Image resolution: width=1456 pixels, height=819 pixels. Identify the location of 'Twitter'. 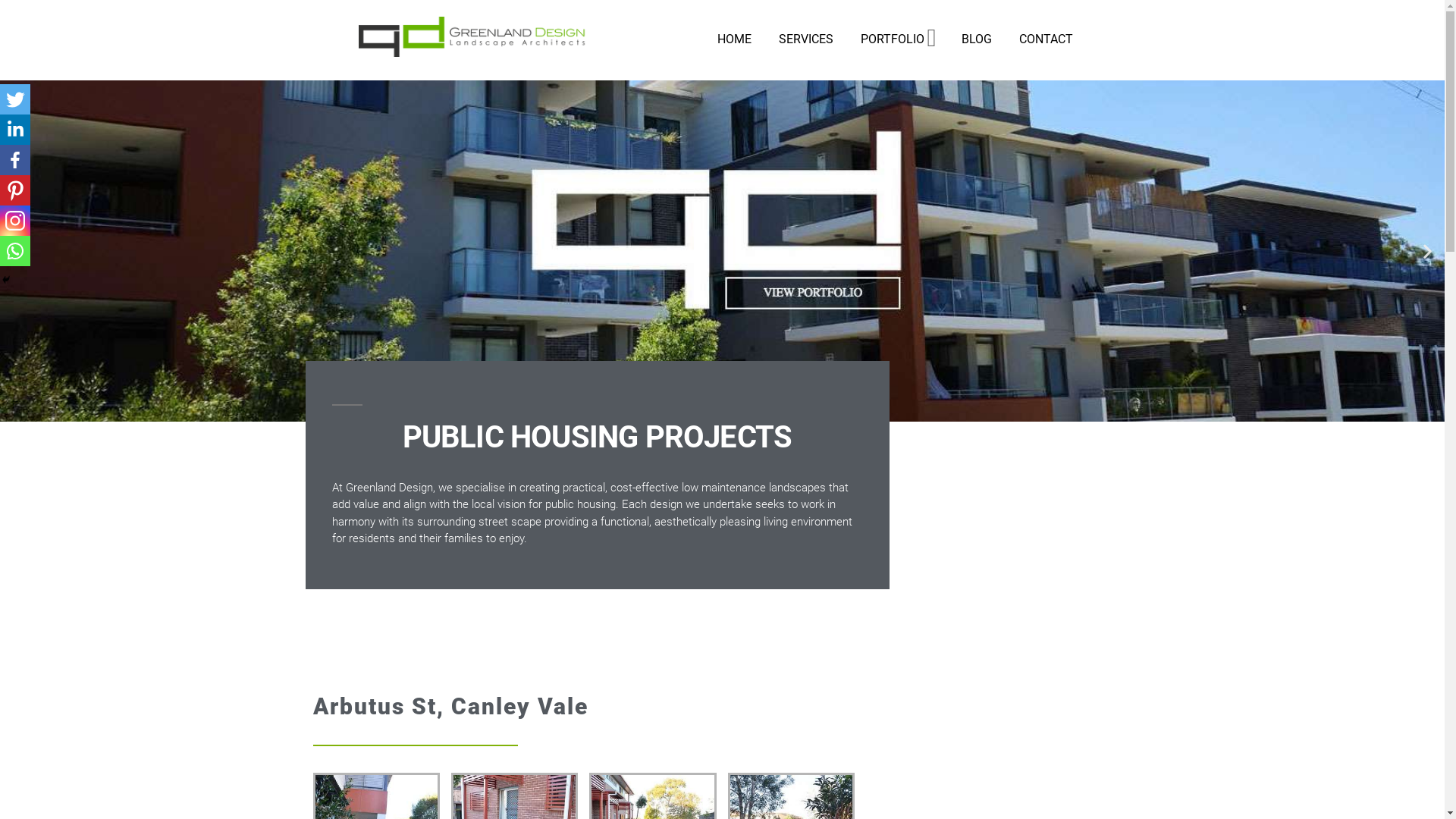
(14, 99).